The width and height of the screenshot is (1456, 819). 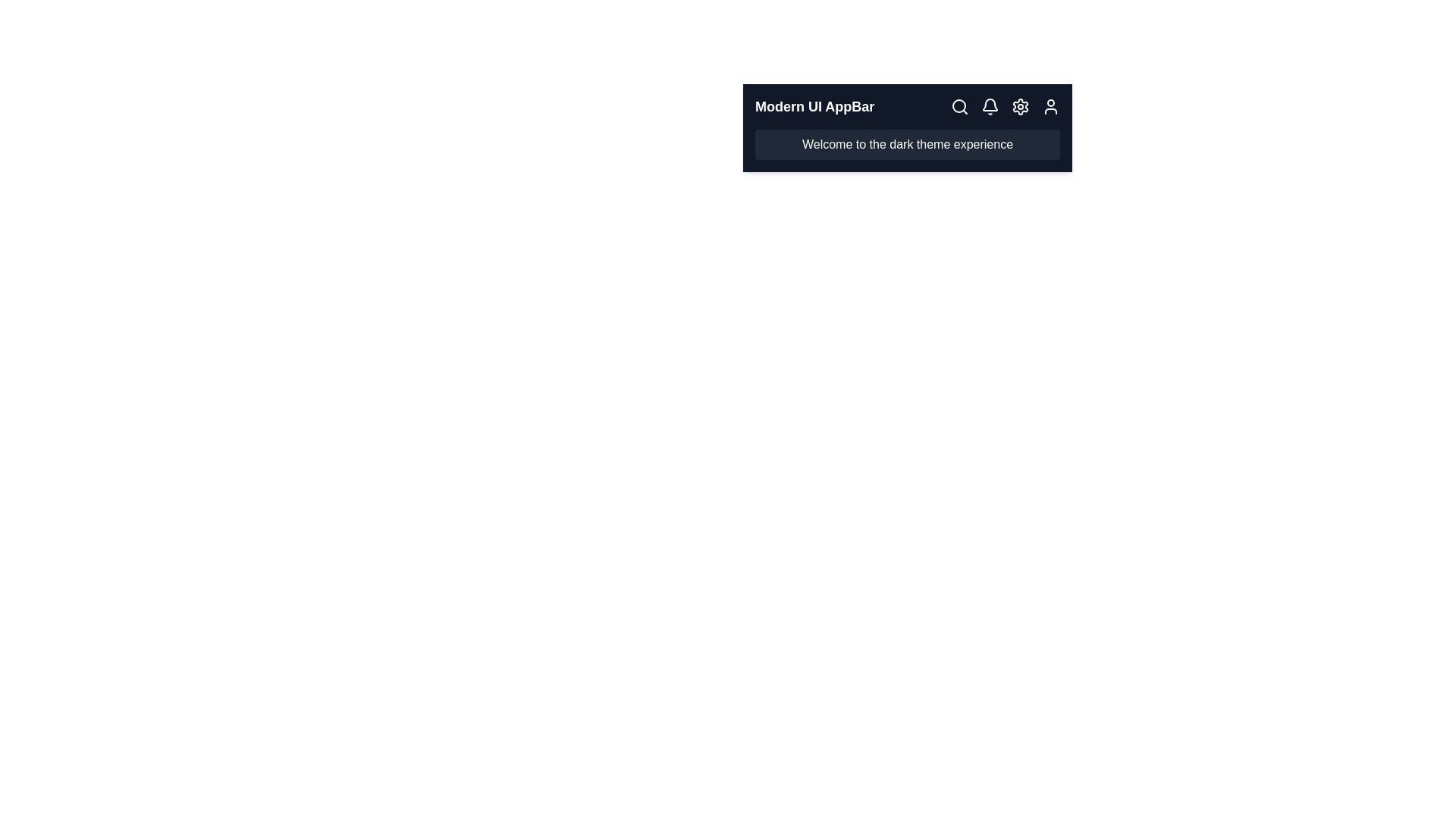 I want to click on the 'Search' icon in the app bar, so click(x=959, y=106).